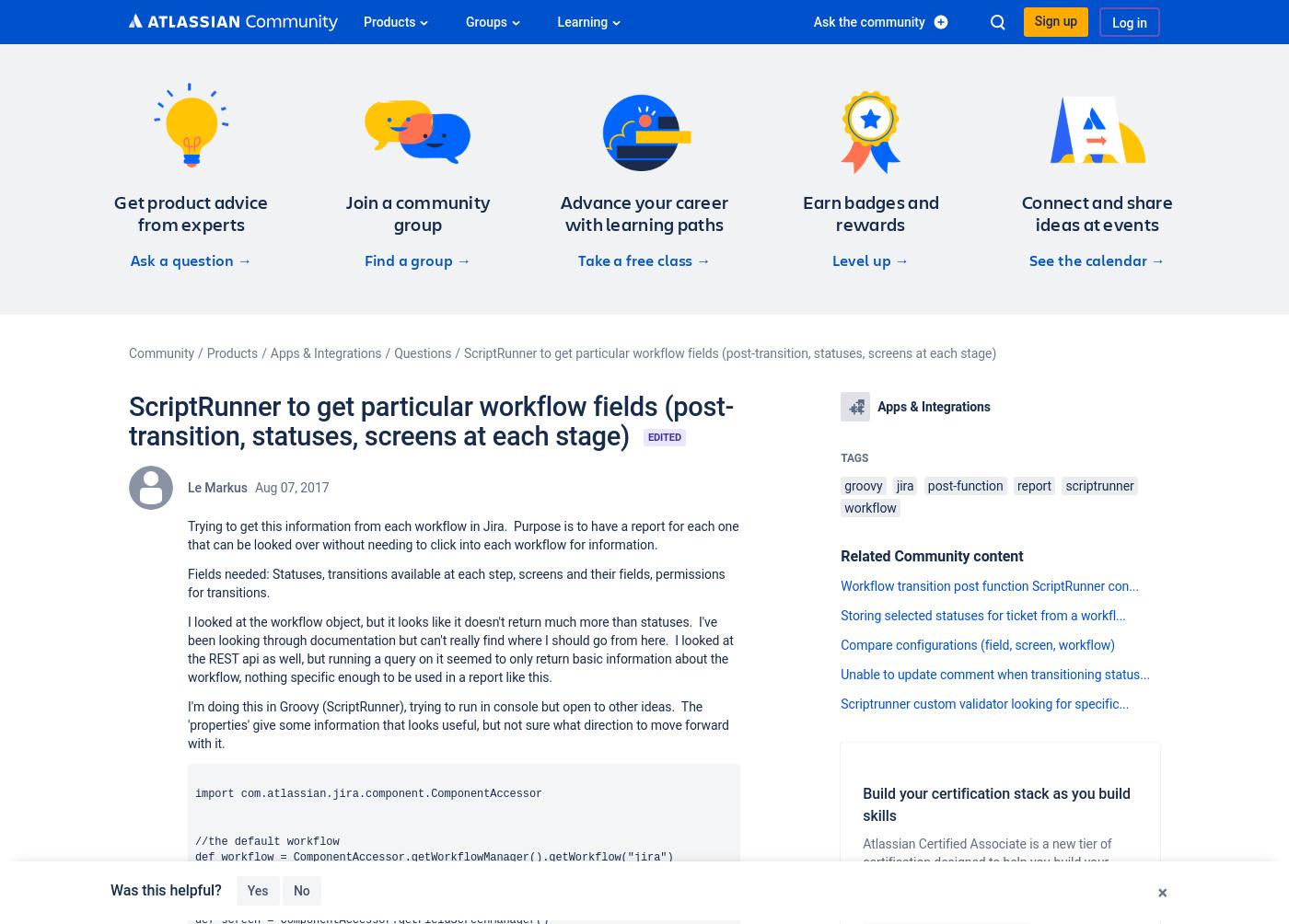  Describe the element at coordinates (664, 436) in the screenshot. I see `'Edited'` at that location.